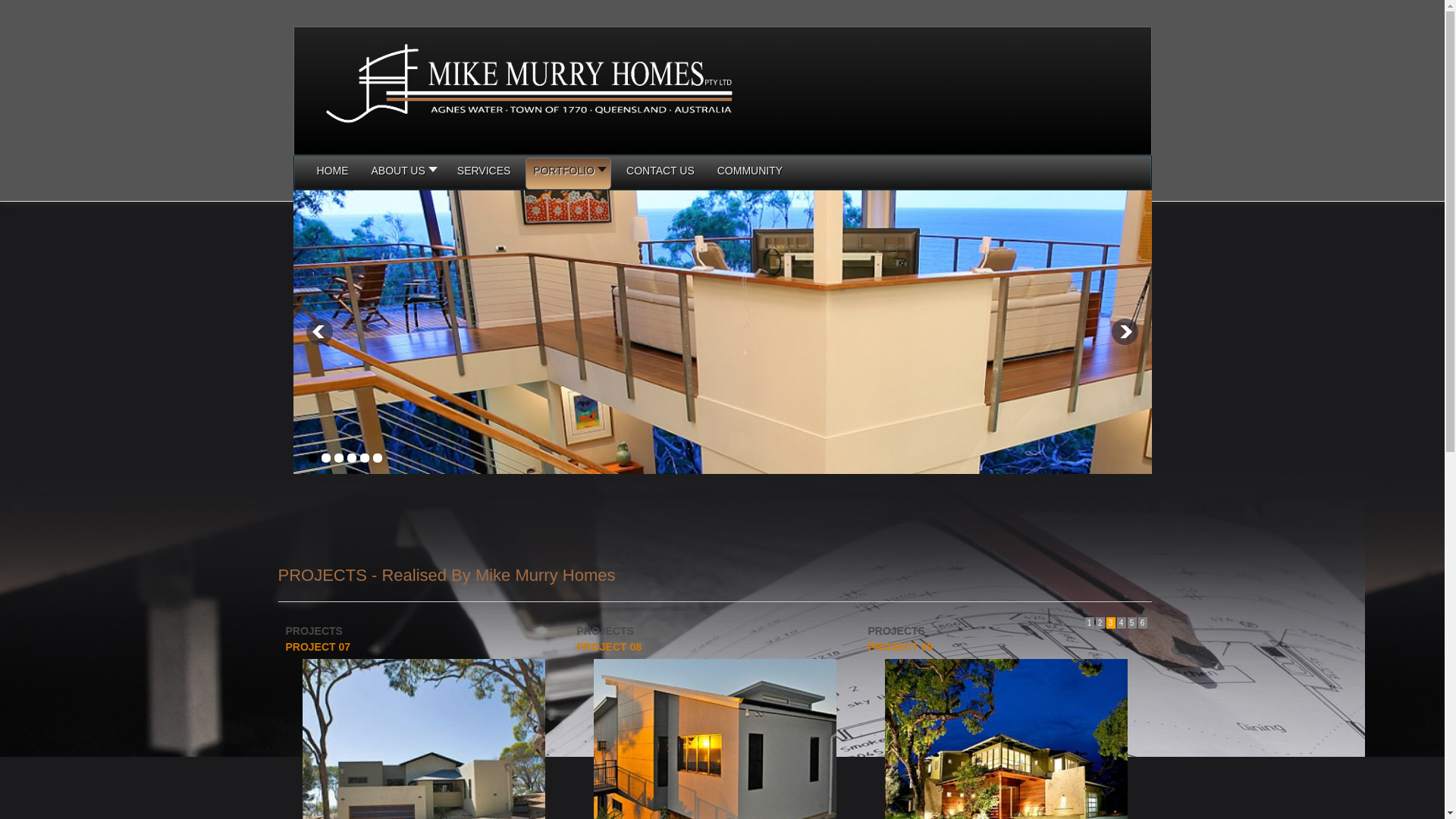 Image resolution: width=1456 pixels, height=819 pixels. What do you see at coordinates (331, 174) in the screenshot?
I see `'HOME'` at bounding box center [331, 174].